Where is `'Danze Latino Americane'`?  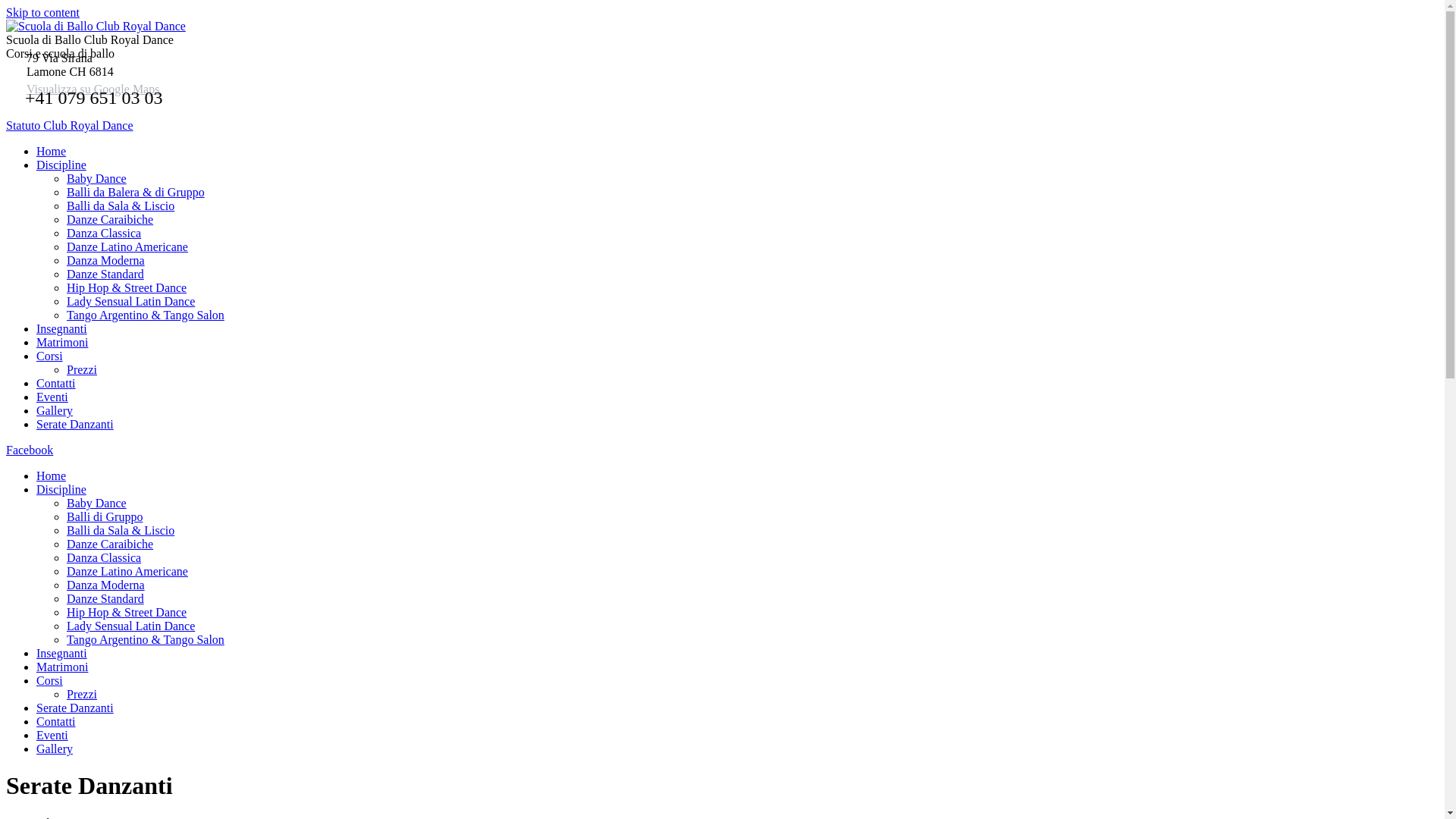 'Danze Latino Americane' is located at coordinates (127, 571).